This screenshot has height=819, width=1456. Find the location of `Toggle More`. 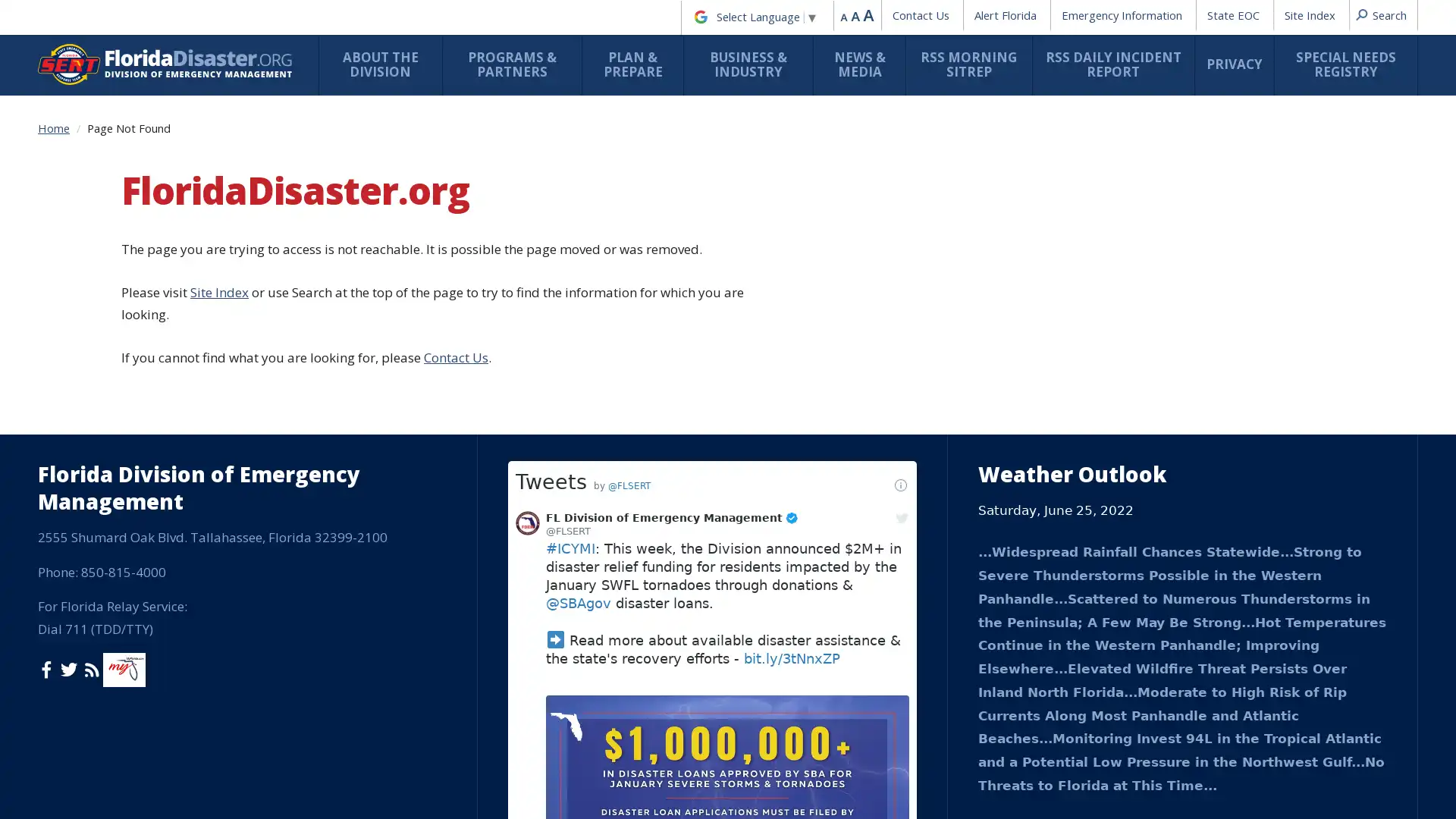

Toggle More is located at coordinates (607, 425).